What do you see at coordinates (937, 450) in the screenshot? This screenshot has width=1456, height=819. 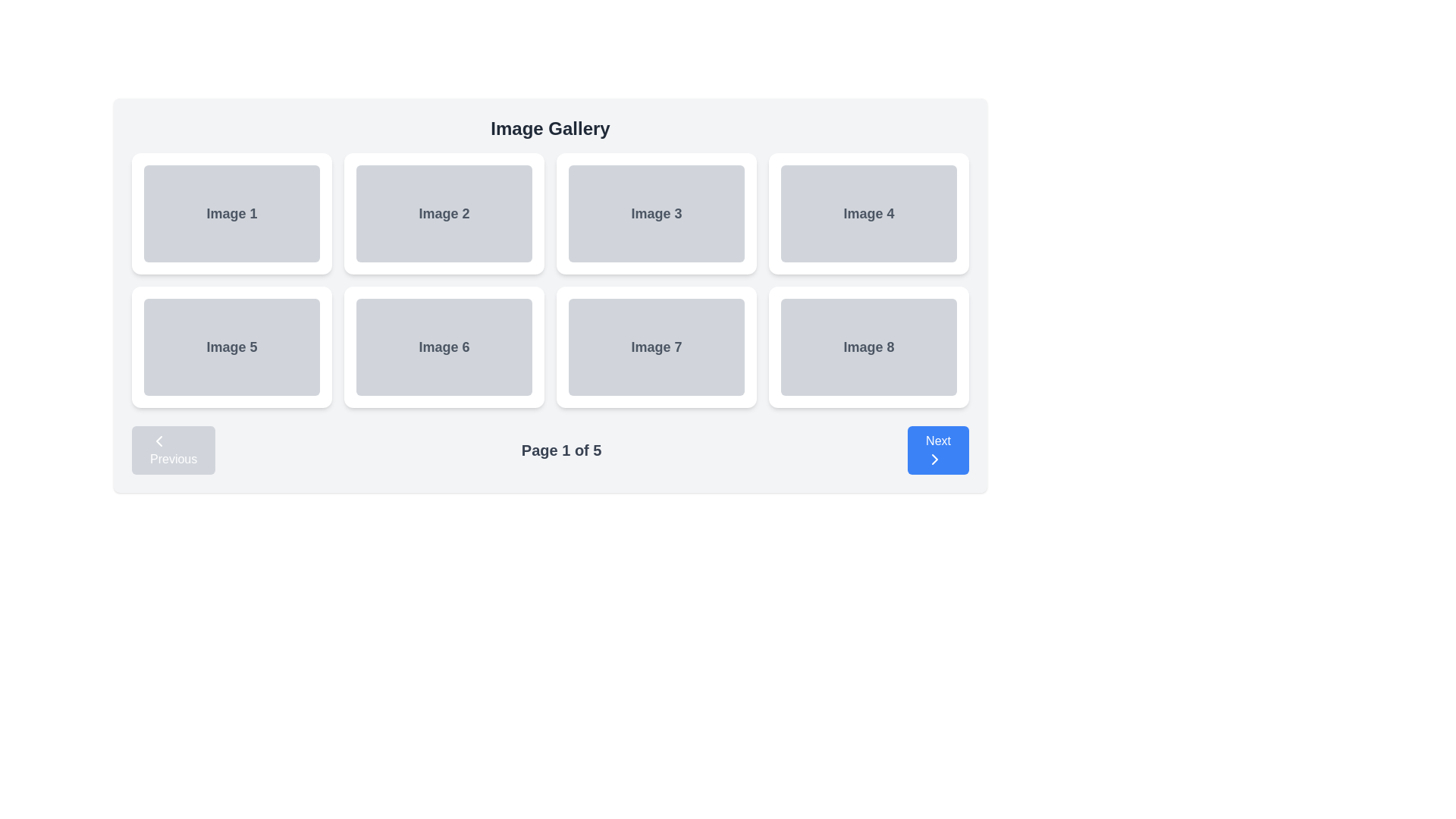 I see `the blue 'Next' button with white text and a right-pointing arrow icon` at bounding box center [937, 450].